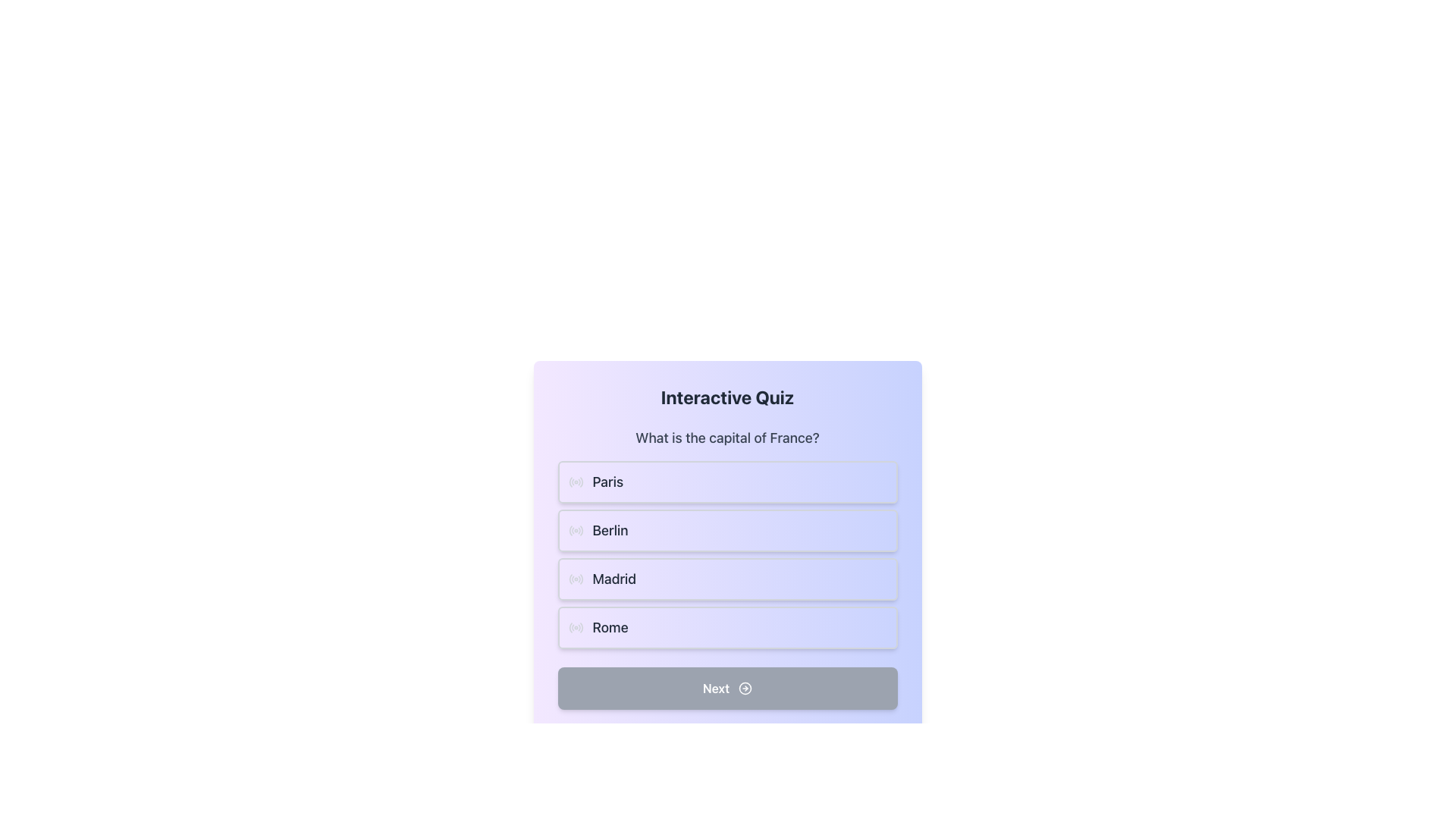 The width and height of the screenshot is (1456, 819). I want to click on the radio button, so click(575, 482).